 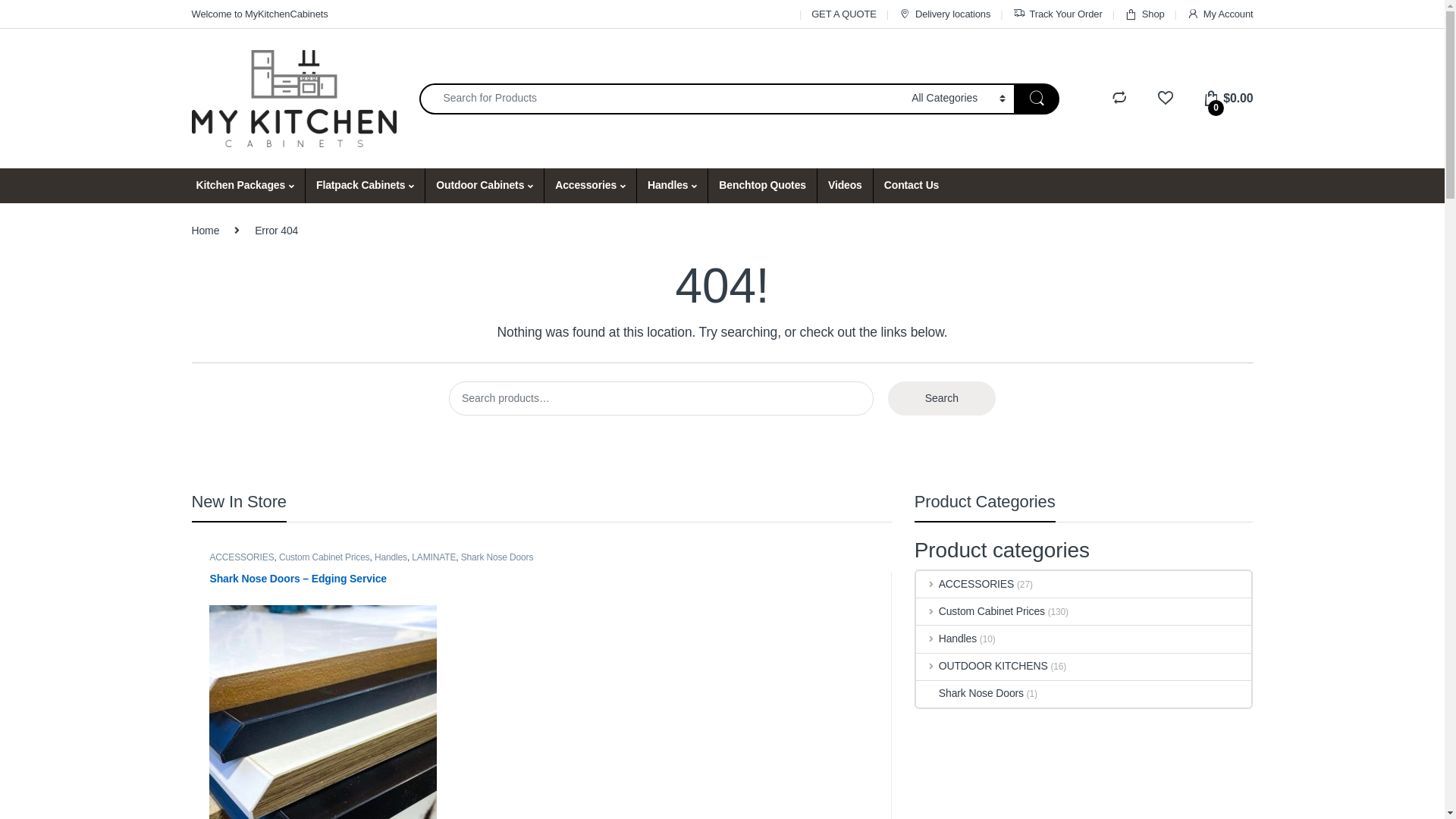 What do you see at coordinates (843, 185) in the screenshot?
I see `'Videos'` at bounding box center [843, 185].